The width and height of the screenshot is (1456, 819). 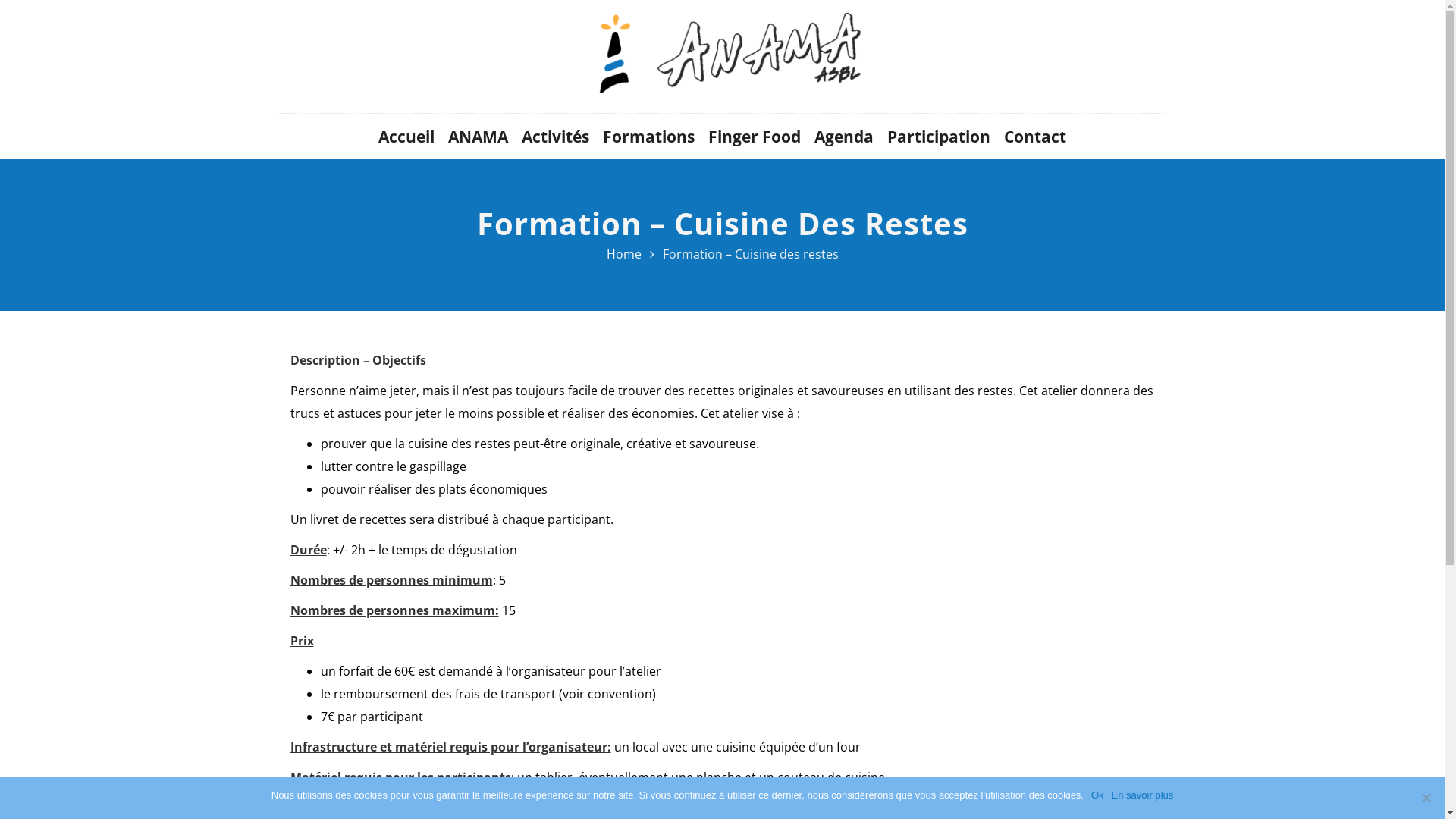 I want to click on 'Agenda', so click(x=843, y=136).